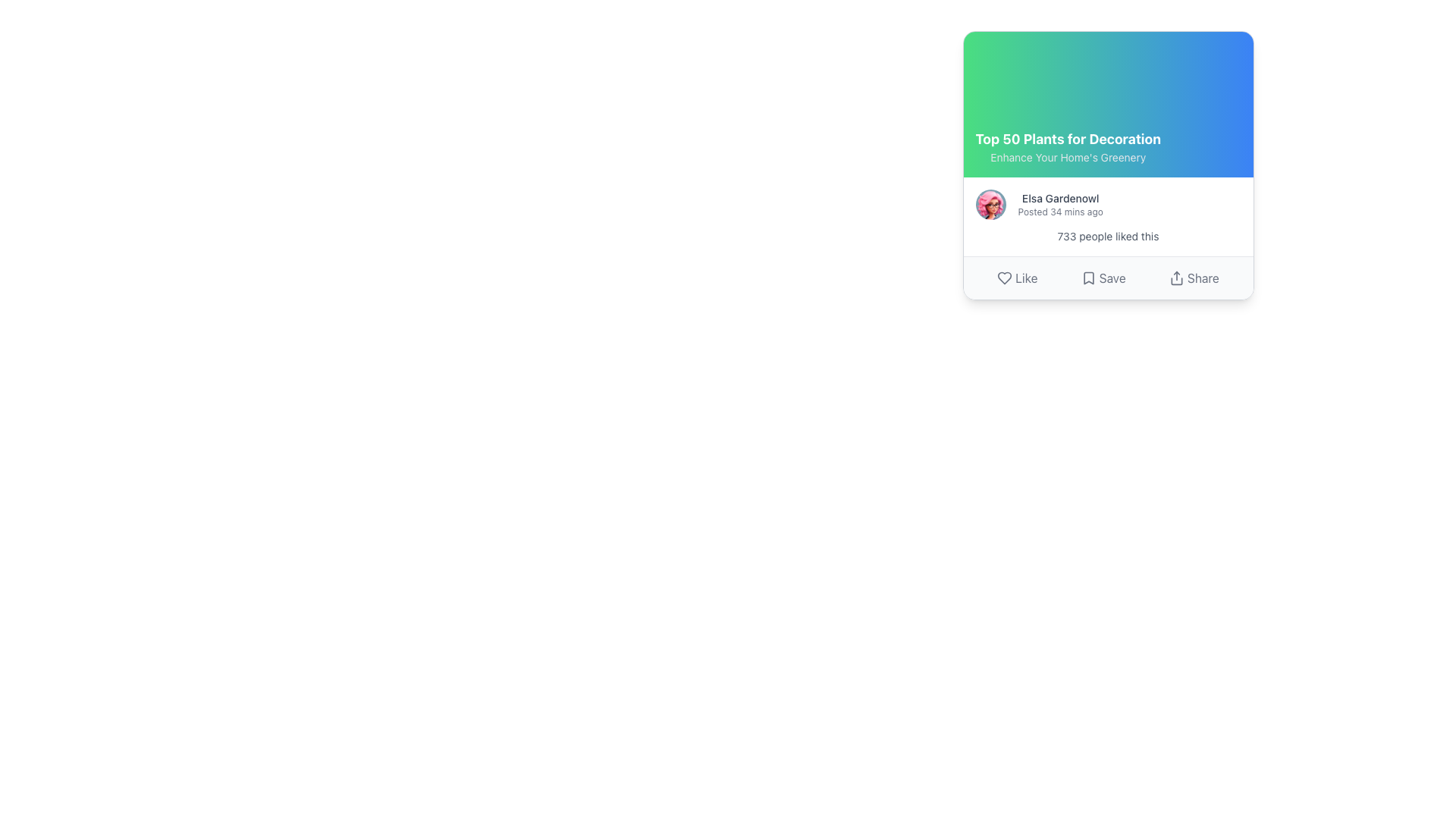  I want to click on the static text label displaying 'Posted 34 mins ago', located below 'Elsa Gardenowl' in the user activity section of the card, so click(1059, 212).